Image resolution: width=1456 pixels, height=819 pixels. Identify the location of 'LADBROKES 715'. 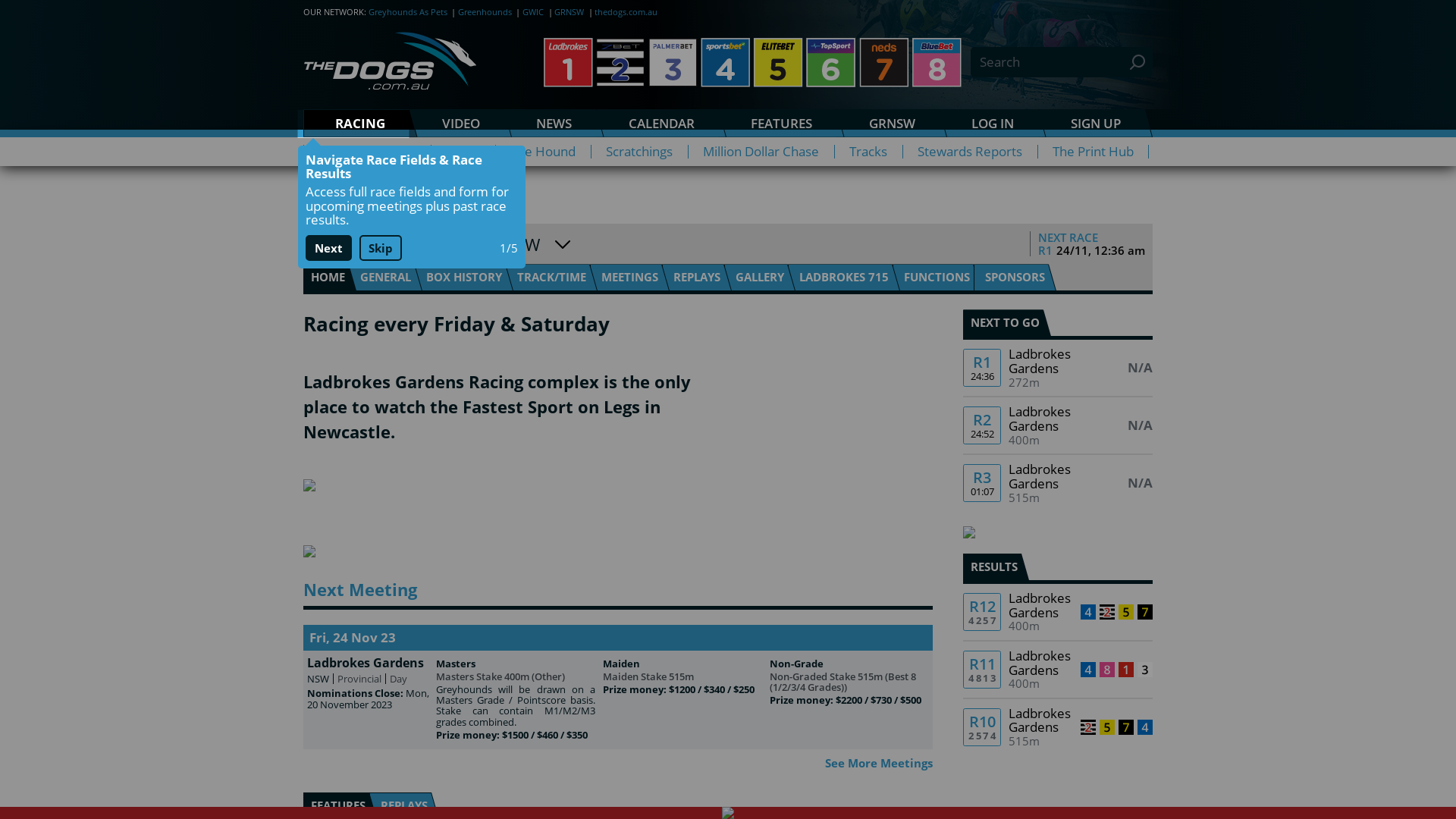
(843, 277).